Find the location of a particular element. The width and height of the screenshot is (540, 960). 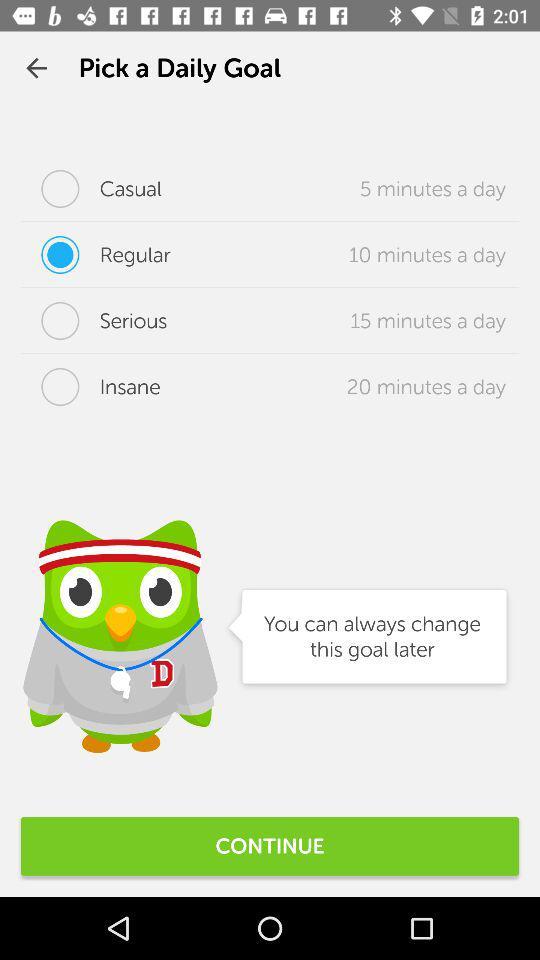

icon to the left of the 10 minutes a item is located at coordinates (94, 253).